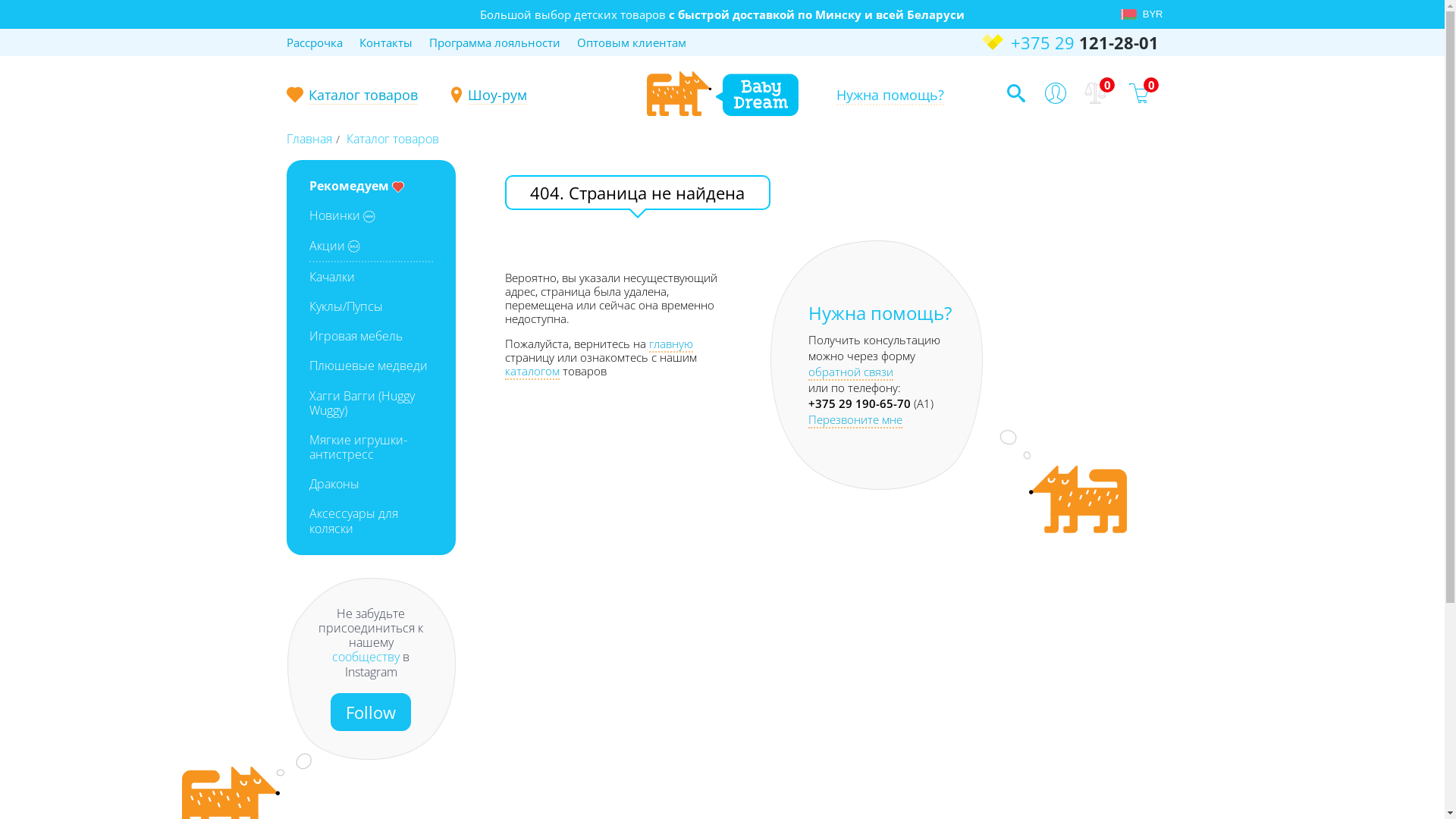 This screenshot has height=819, width=1456. I want to click on 'BYR', so click(1149, 14).